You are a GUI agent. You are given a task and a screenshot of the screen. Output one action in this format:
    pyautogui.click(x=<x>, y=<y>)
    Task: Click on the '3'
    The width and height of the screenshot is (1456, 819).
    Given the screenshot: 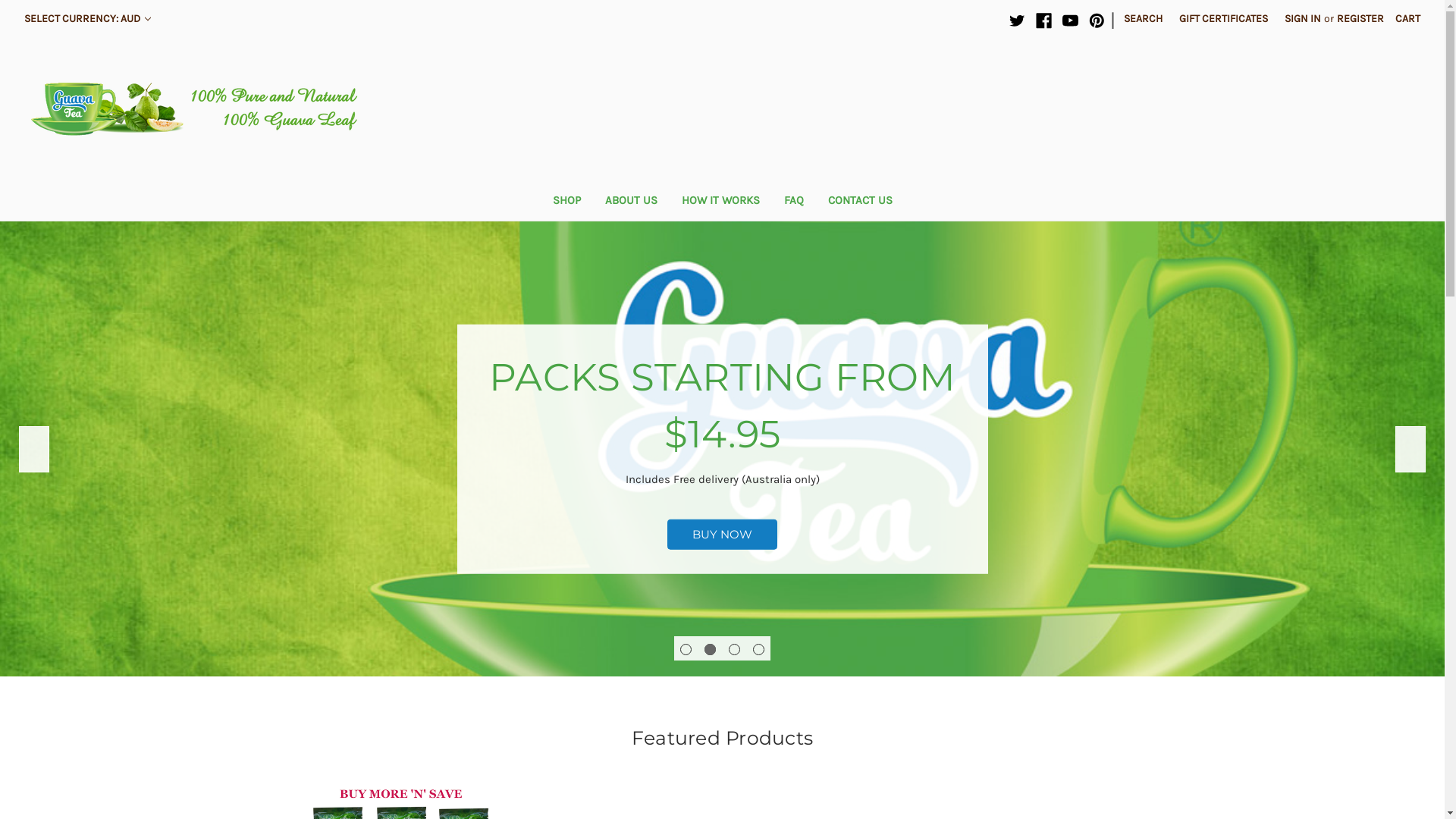 What is the action you would take?
    pyautogui.click(x=734, y=648)
    